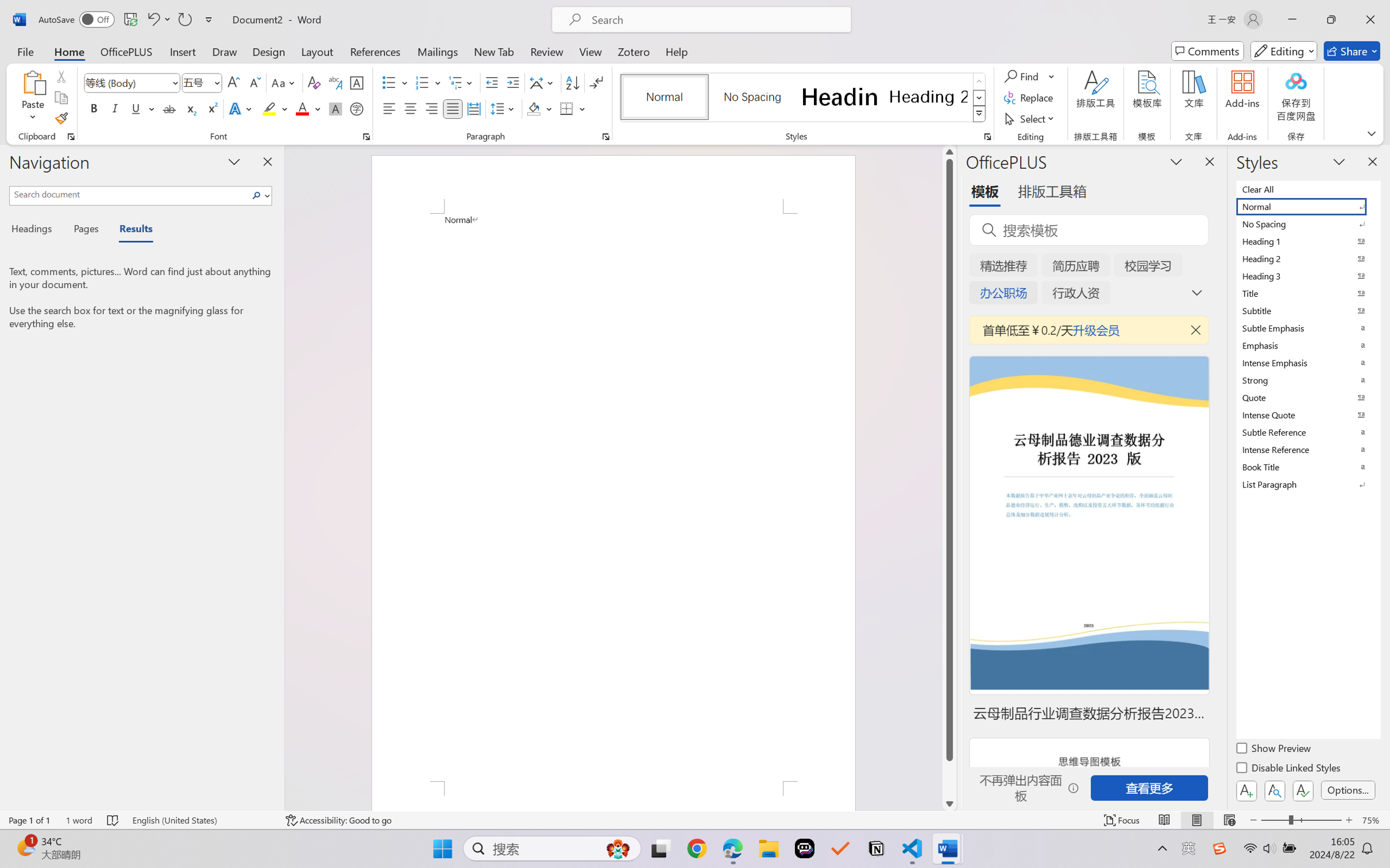 Image resolution: width=1390 pixels, height=868 pixels. I want to click on 'Shading', so click(539, 108).